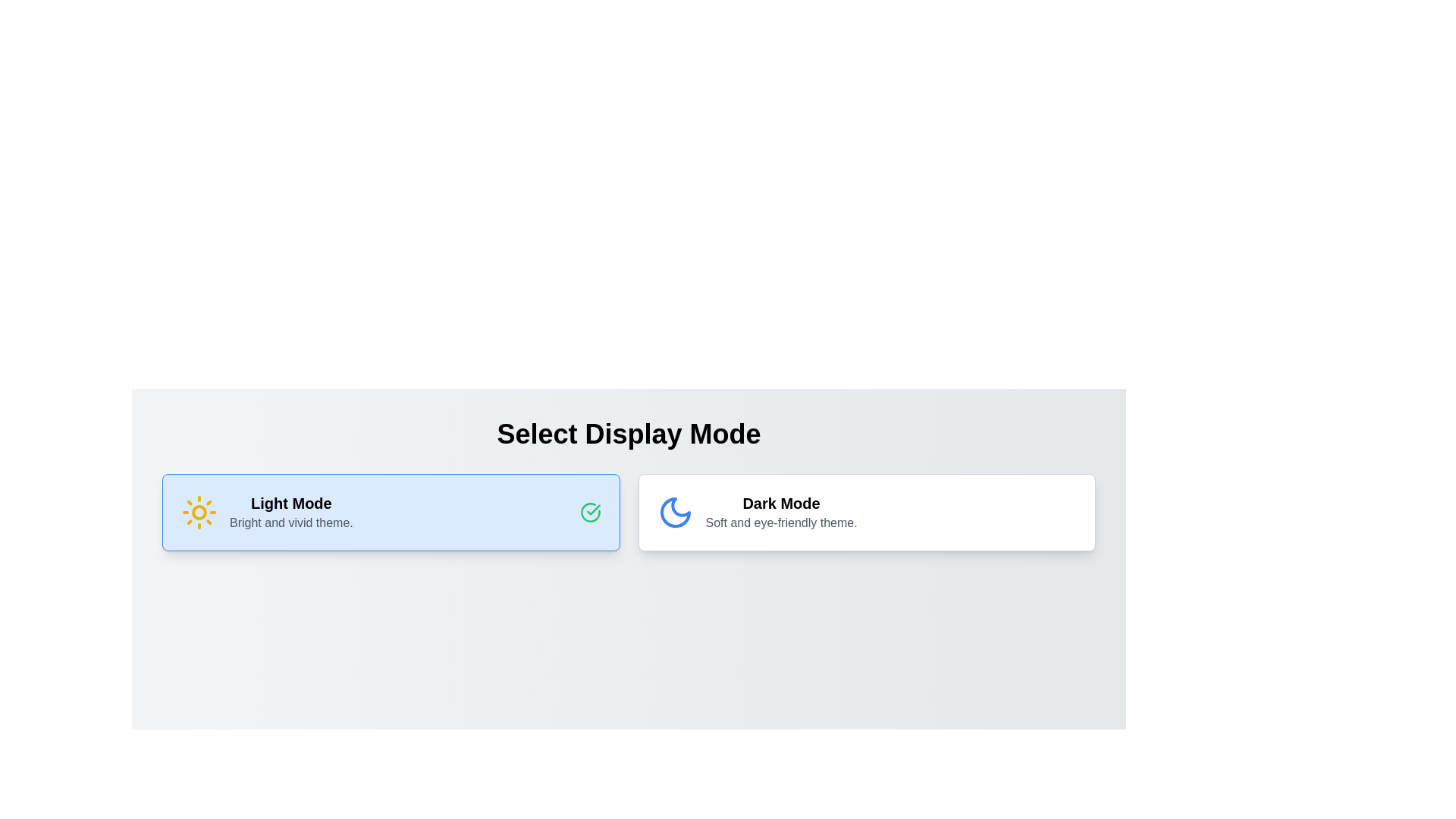  What do you see at coordinates (589, 512) in the screenshot?
I see `the circular-shaped vector graphic component that visually represents a checkmark in the top-right area of the 'Light Mode' card` at bounding box center [589, 512].